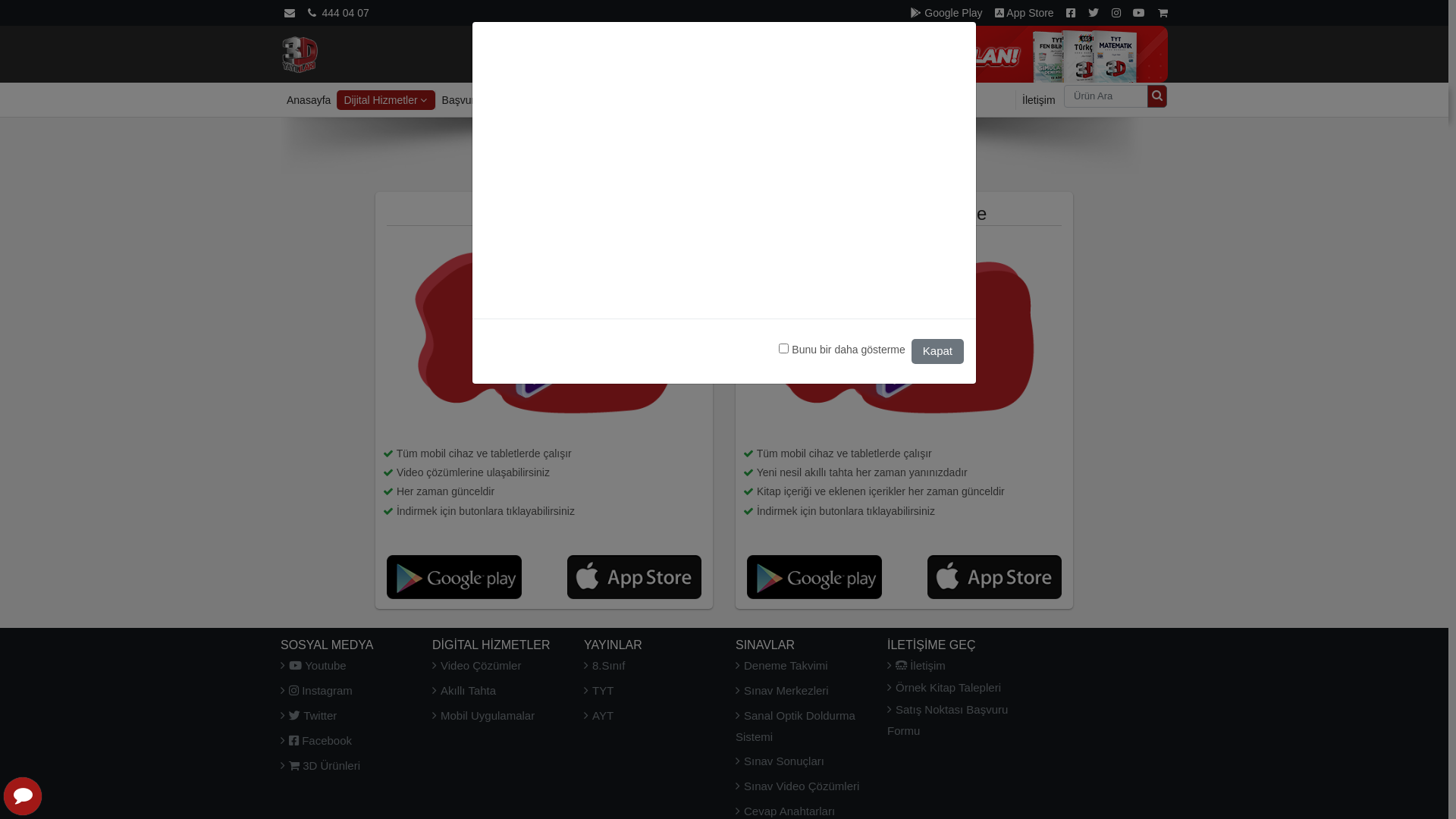 This screenshot has height=819, width=1456. Describe the element at coordinates (315, 739) in the screenshot. I see `'Facebook'` at that location.